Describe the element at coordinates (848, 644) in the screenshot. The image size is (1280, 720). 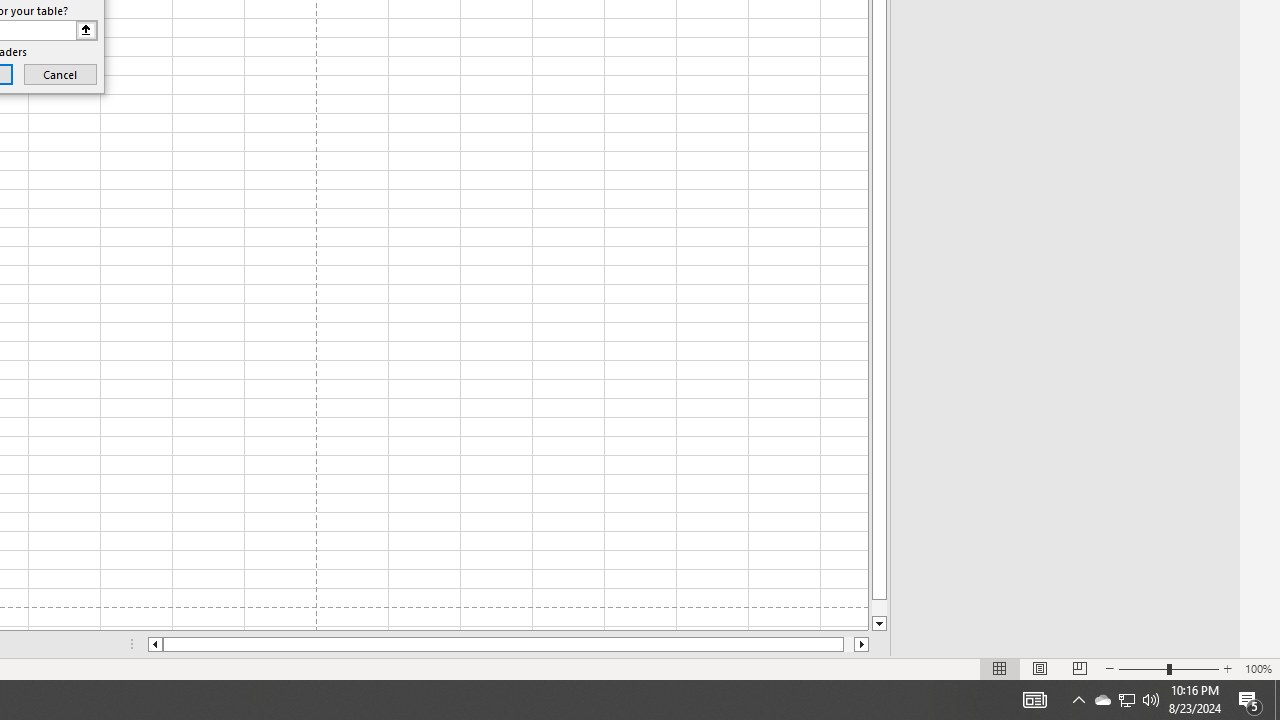
I see `'Page right'` at that location.